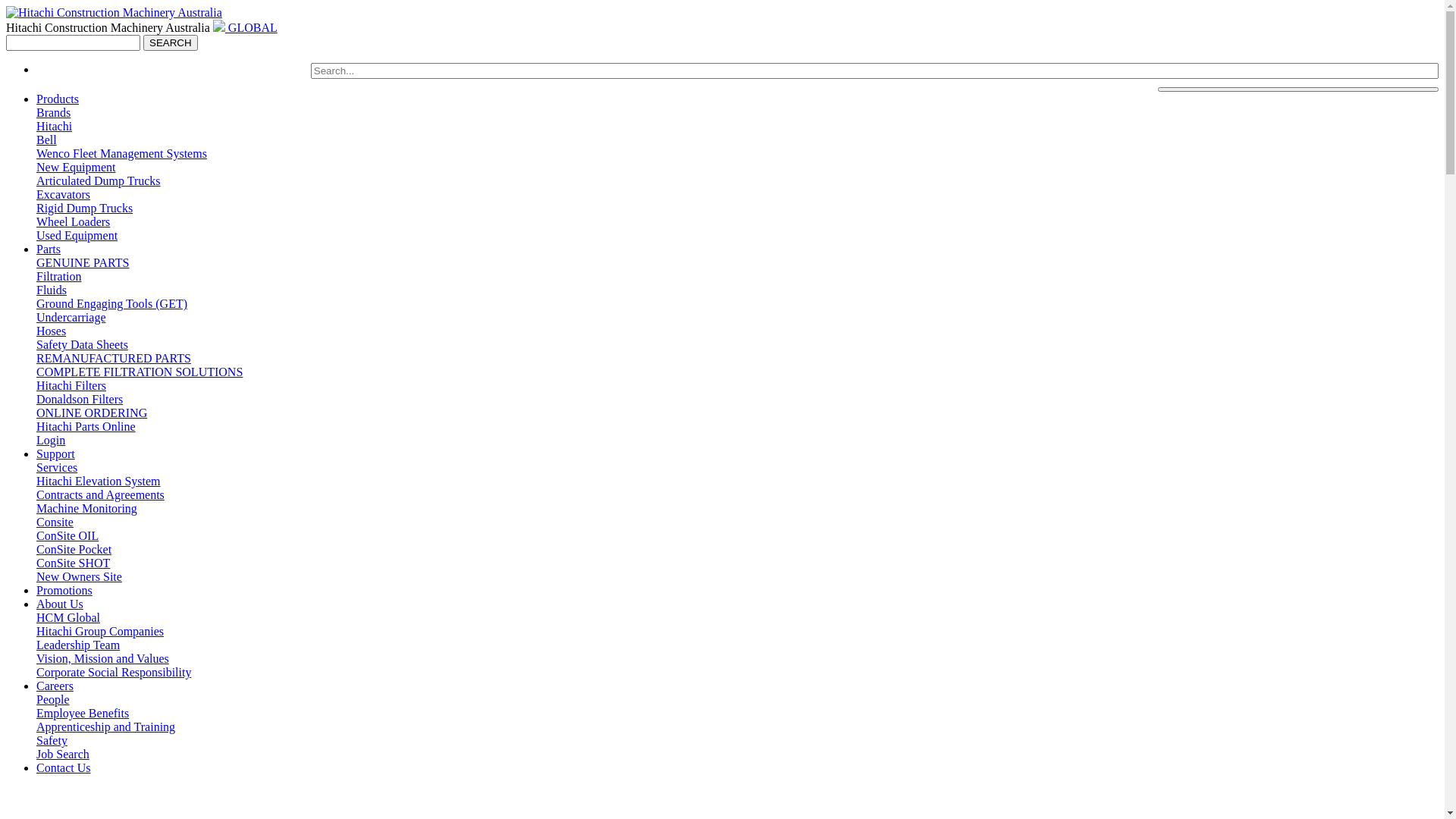 This screenshot has height=819, width=1456. Describe the element at coordinates (97, 481) in the screenshot. I see `'Hitachi Elevation System'` at that location.